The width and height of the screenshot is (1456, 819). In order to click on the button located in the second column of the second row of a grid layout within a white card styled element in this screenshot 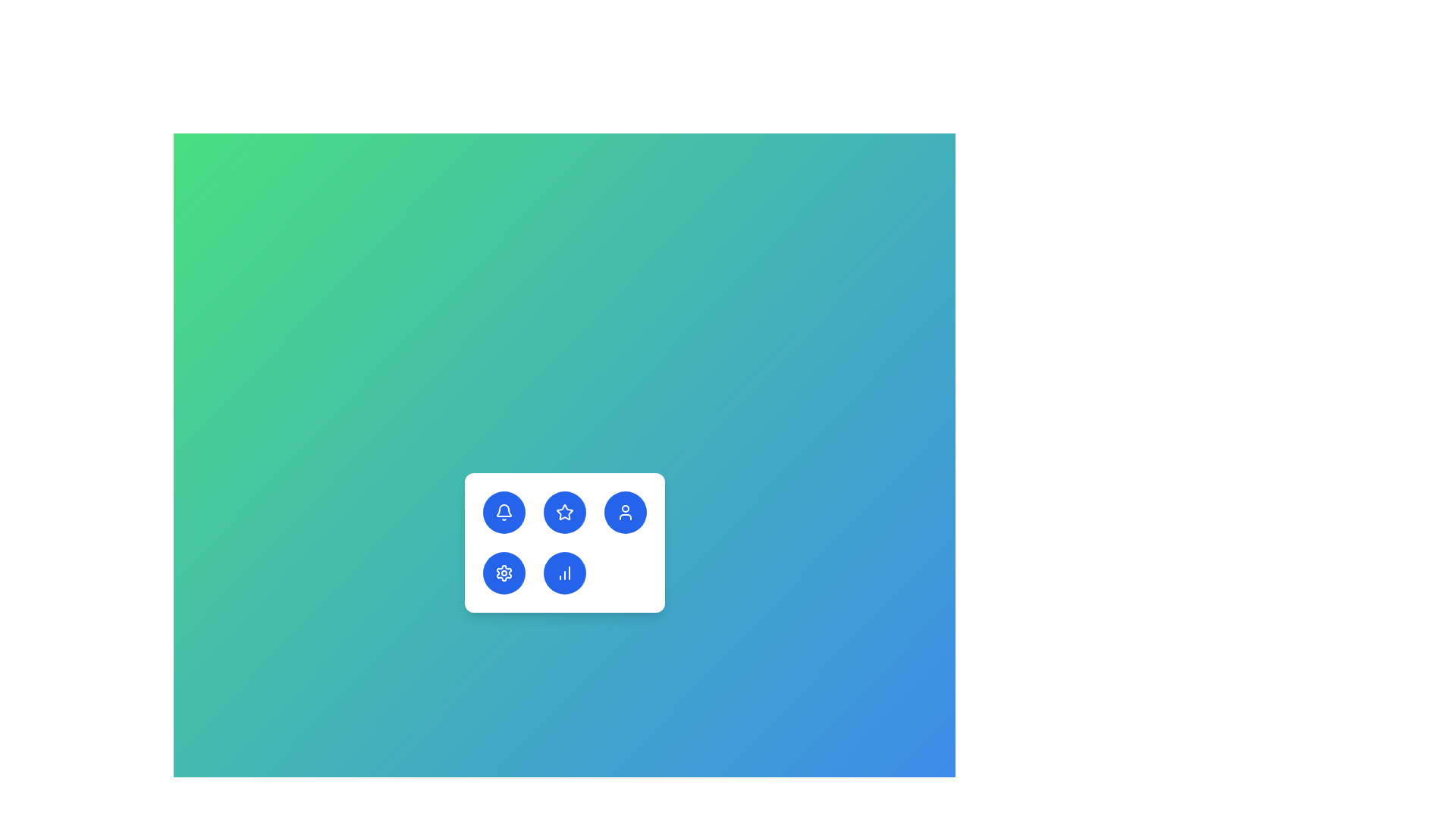, I will do `click(563, 542)`.